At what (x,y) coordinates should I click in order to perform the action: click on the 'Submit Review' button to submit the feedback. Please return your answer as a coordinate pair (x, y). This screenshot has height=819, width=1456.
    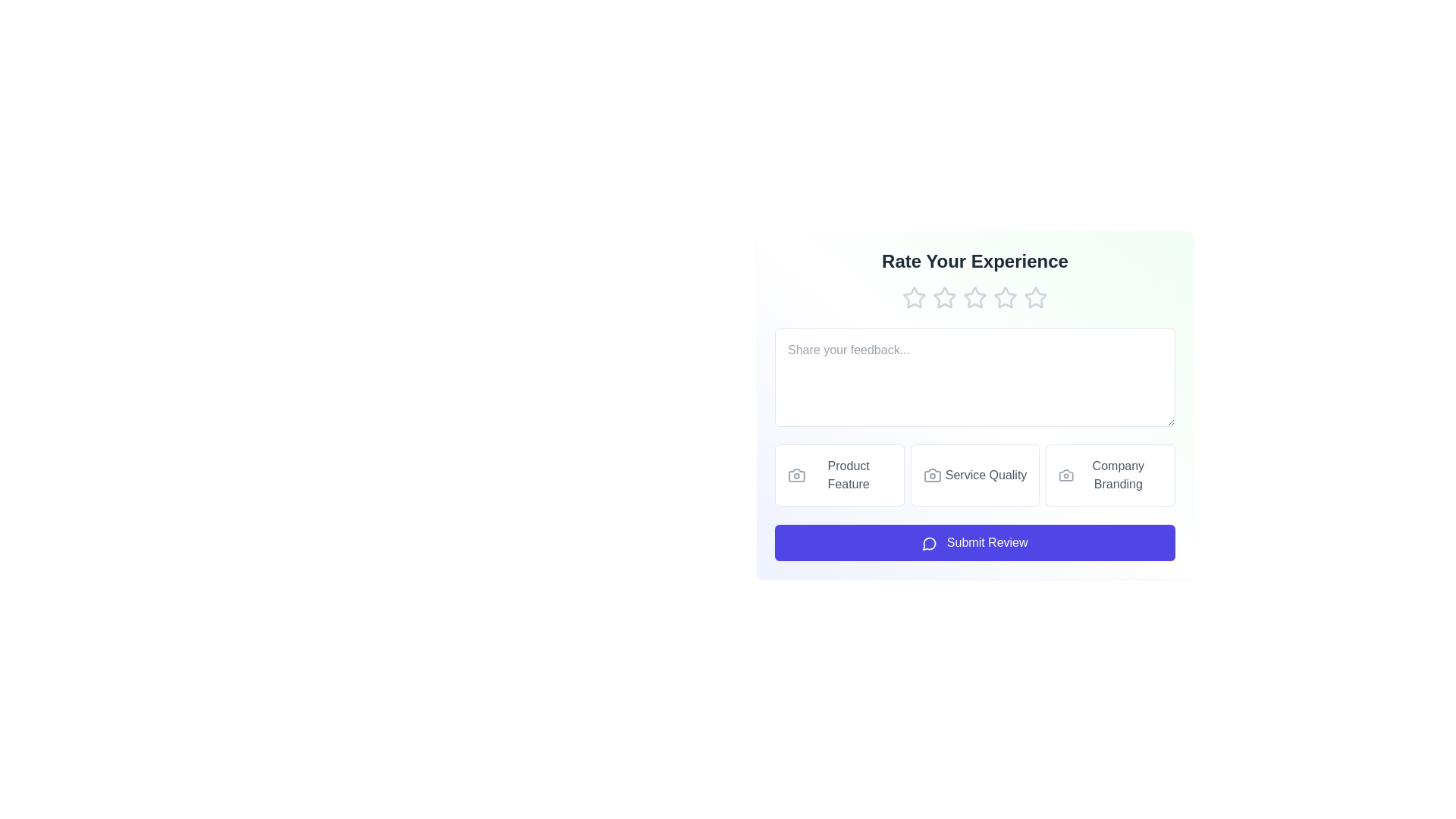
    Looking at the image, I should click on (975, 542).